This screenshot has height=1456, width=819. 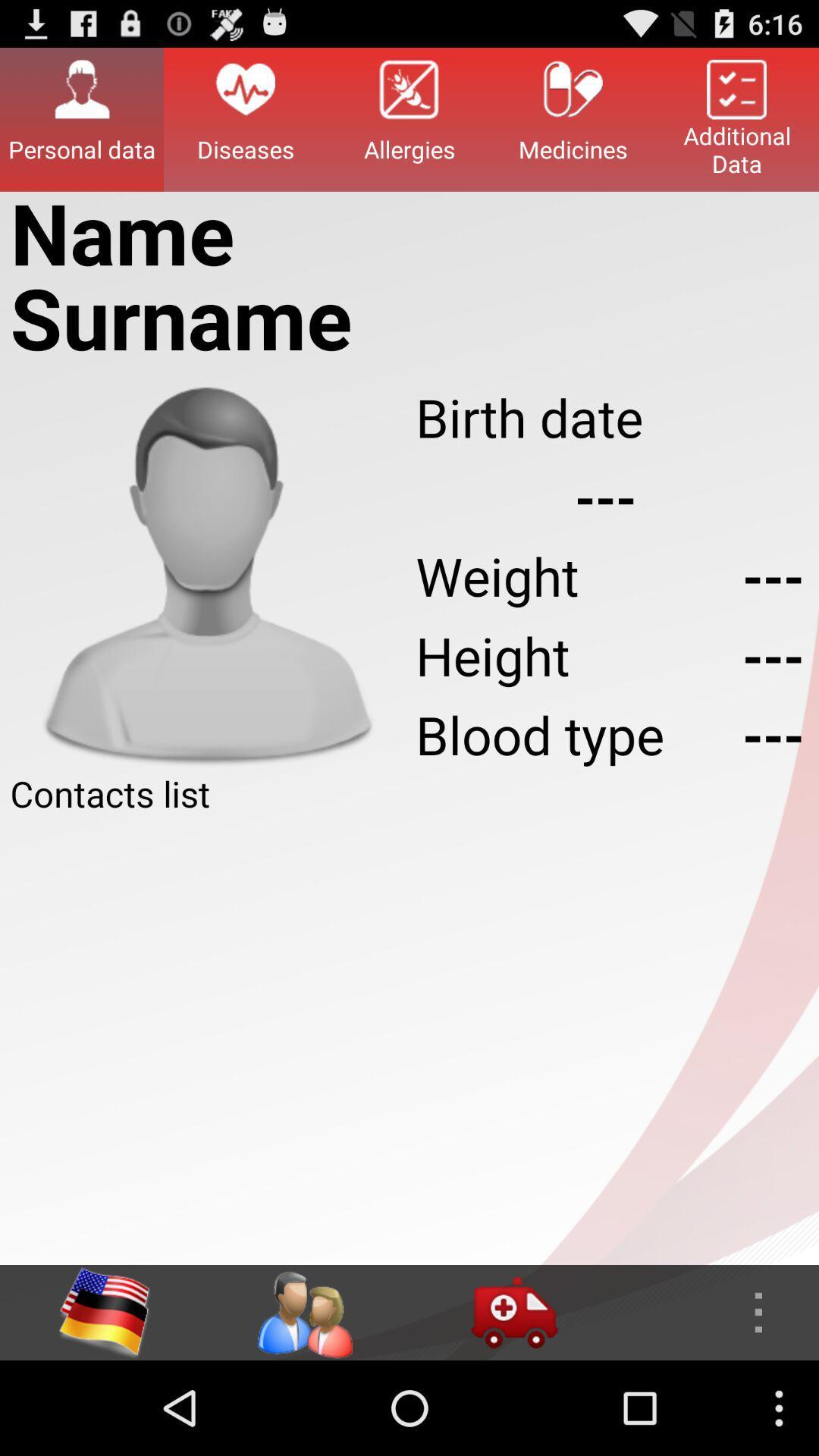 What do you see at coordinates (409, 1040) in the screenshot?
I see `type in contacts list details` at bounding box center [409, 1040].